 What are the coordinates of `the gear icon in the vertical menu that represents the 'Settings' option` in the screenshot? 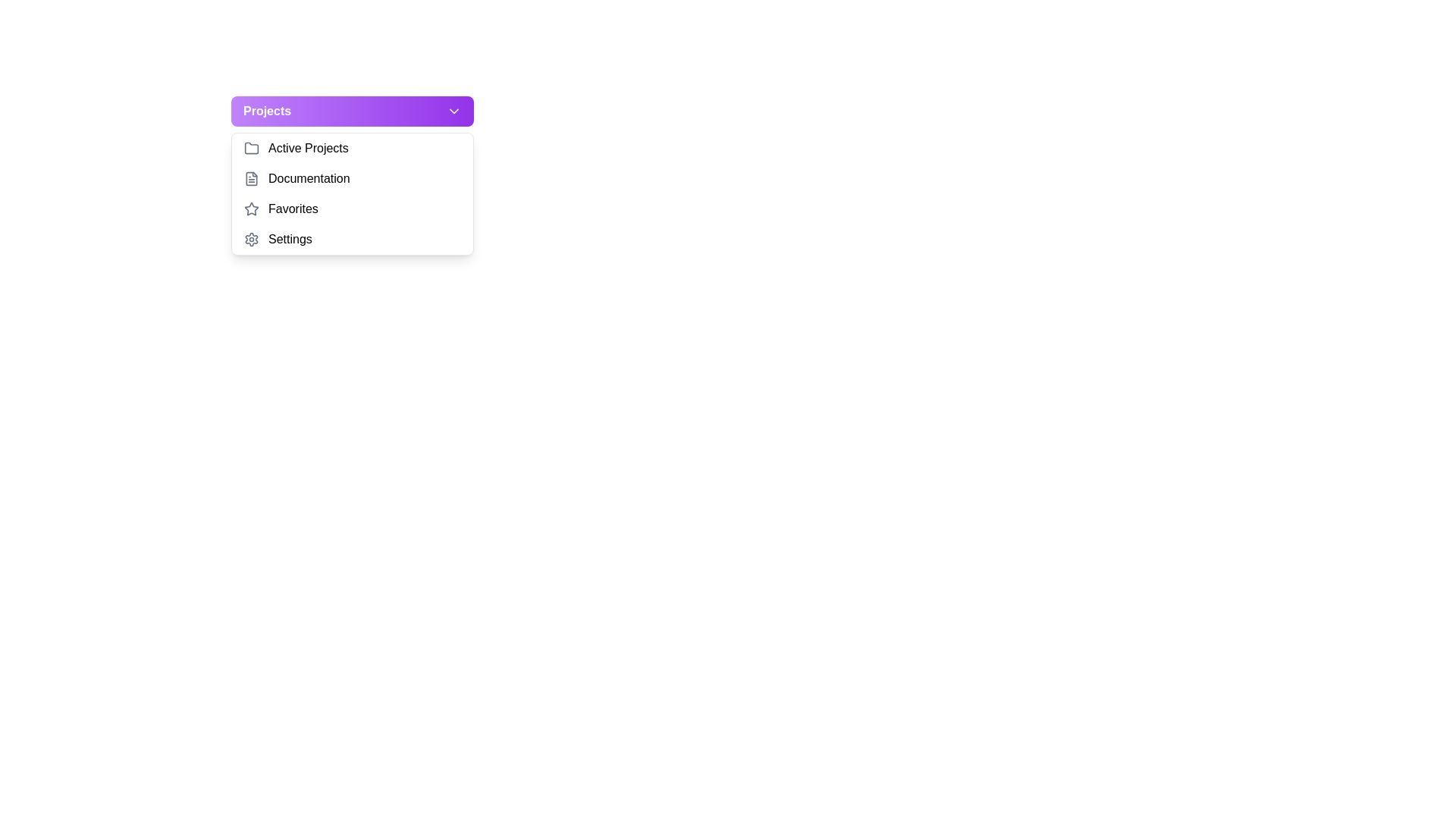 It's located at (251, 239).